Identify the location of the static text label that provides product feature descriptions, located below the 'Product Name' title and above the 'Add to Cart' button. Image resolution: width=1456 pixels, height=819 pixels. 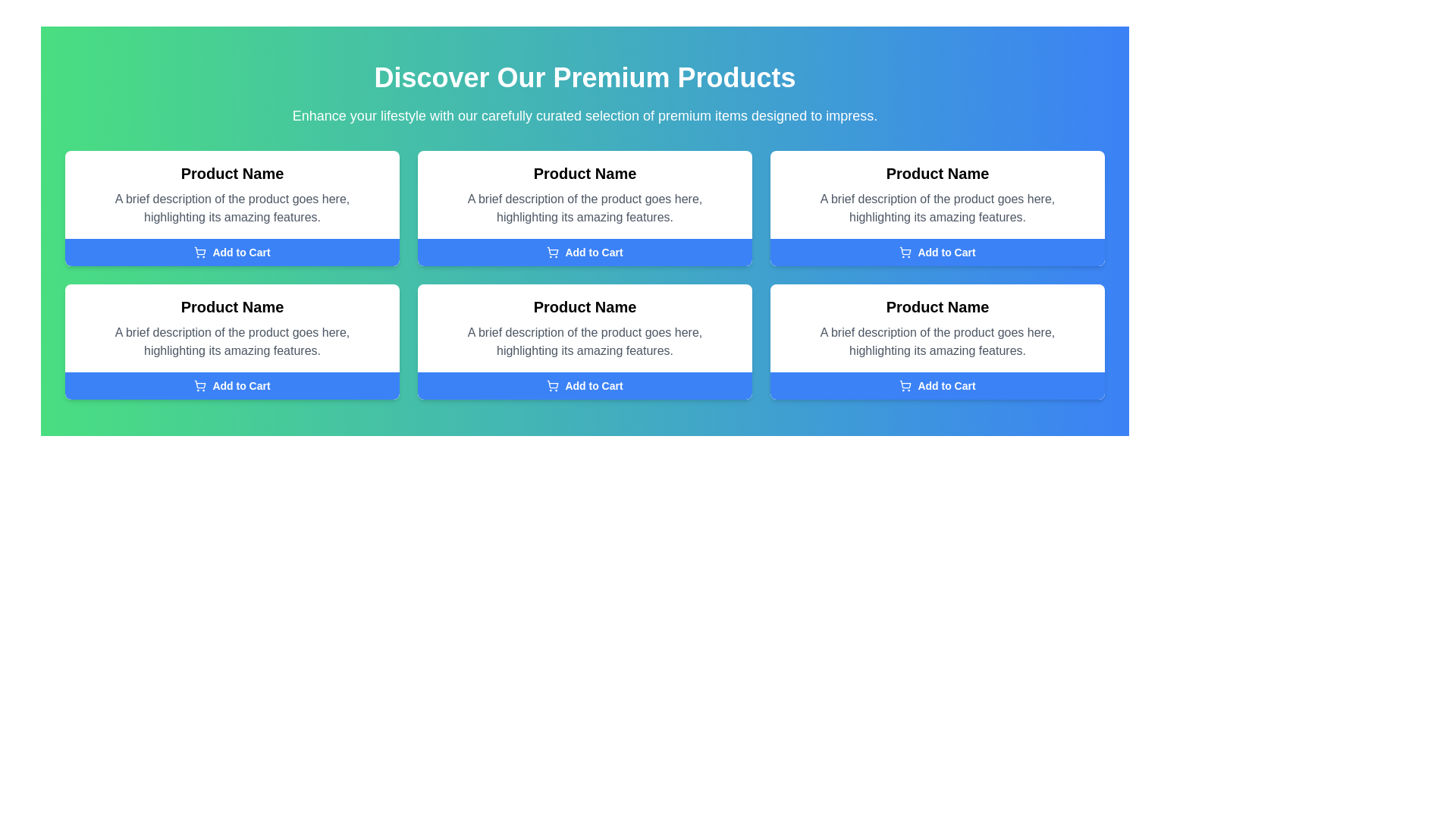
(937, 208).